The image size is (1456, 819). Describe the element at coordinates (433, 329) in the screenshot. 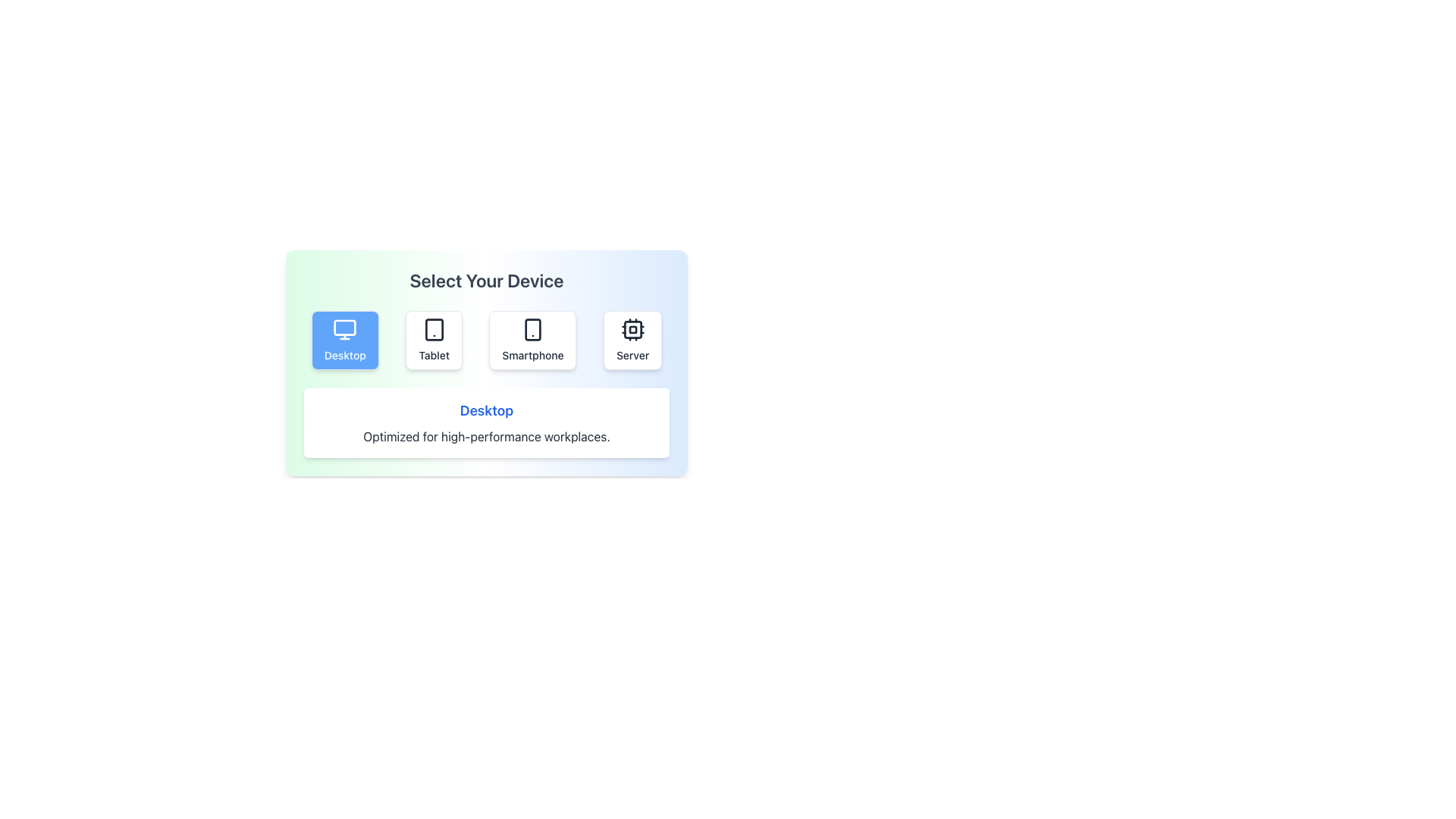

I see `the central rectangular shape of the 'Tablet' icon, which is the second device option in the horizontally aligned group of four device icons located below the heading 'Select Your Device'` at that location.